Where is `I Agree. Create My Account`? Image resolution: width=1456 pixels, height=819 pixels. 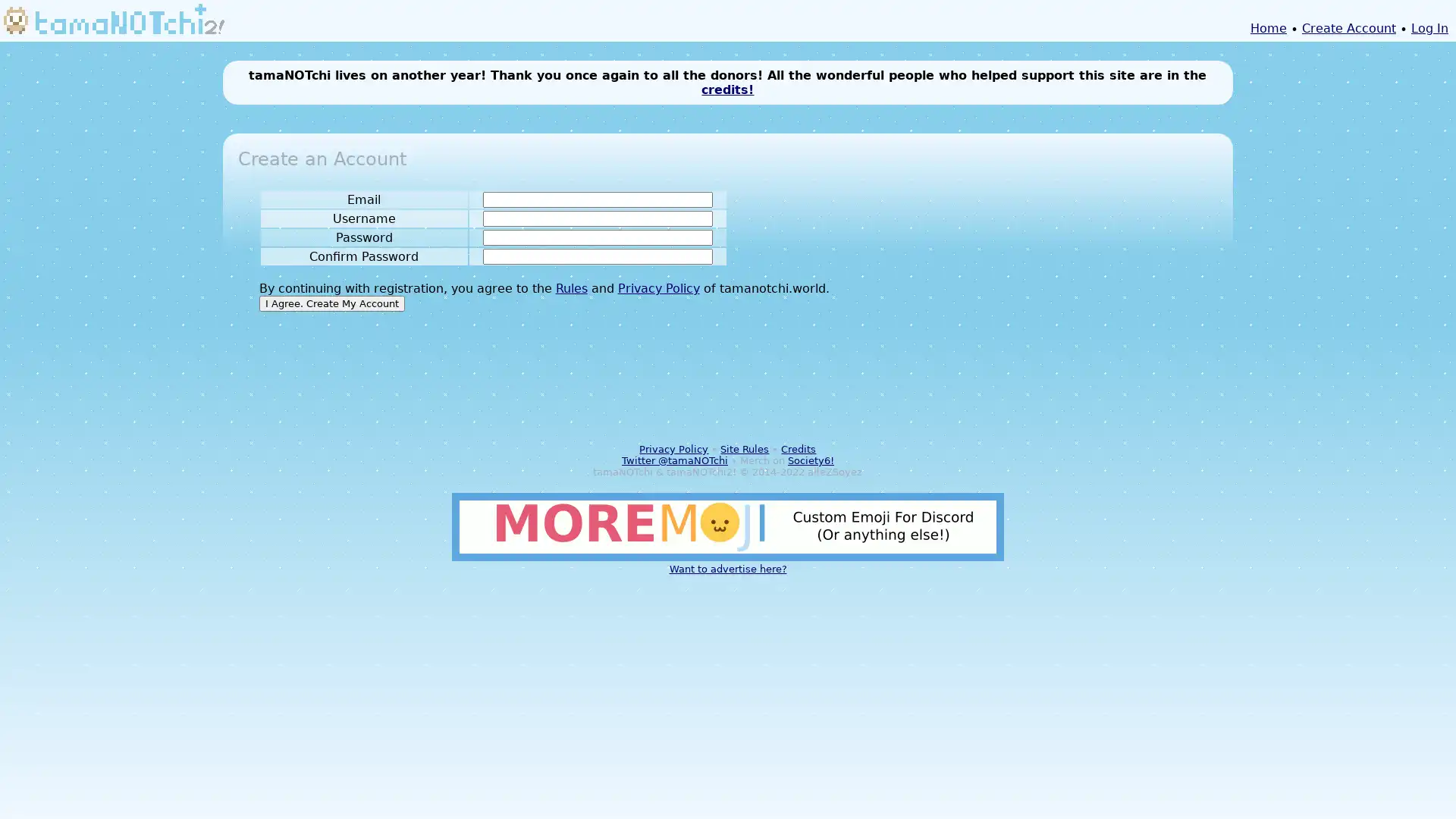
I Agree. Create My Account is located at coordinates (330, 303).